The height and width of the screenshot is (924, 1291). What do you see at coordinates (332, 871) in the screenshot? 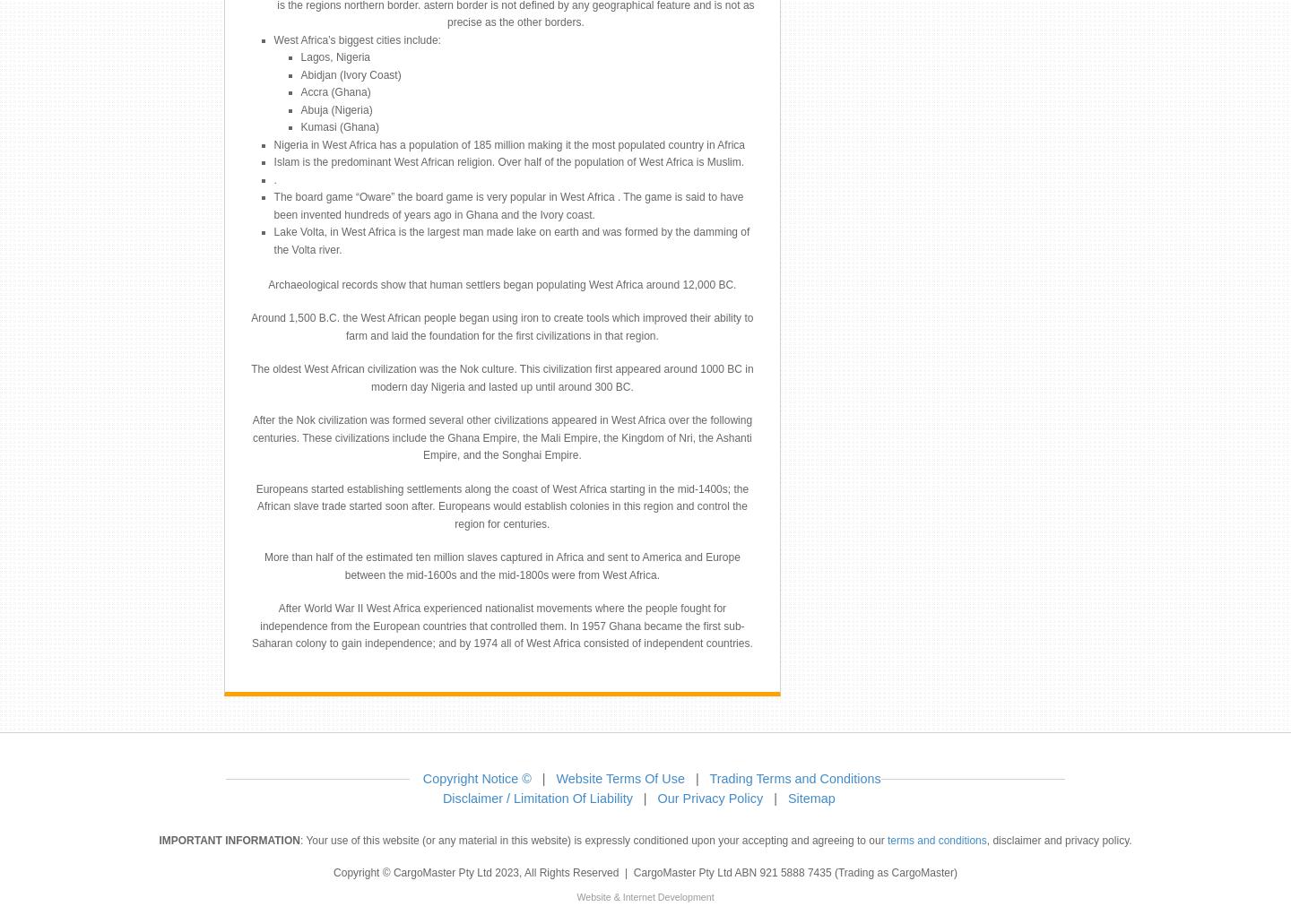
I see `'Copyright © CargoMaster Pty Ltd 2023, All Rights Reserved  |  CargoMaster Pty Ltd ABN 921 5888 7435 (Trading as CargoMaster)'` at bounding box center [332, 871].